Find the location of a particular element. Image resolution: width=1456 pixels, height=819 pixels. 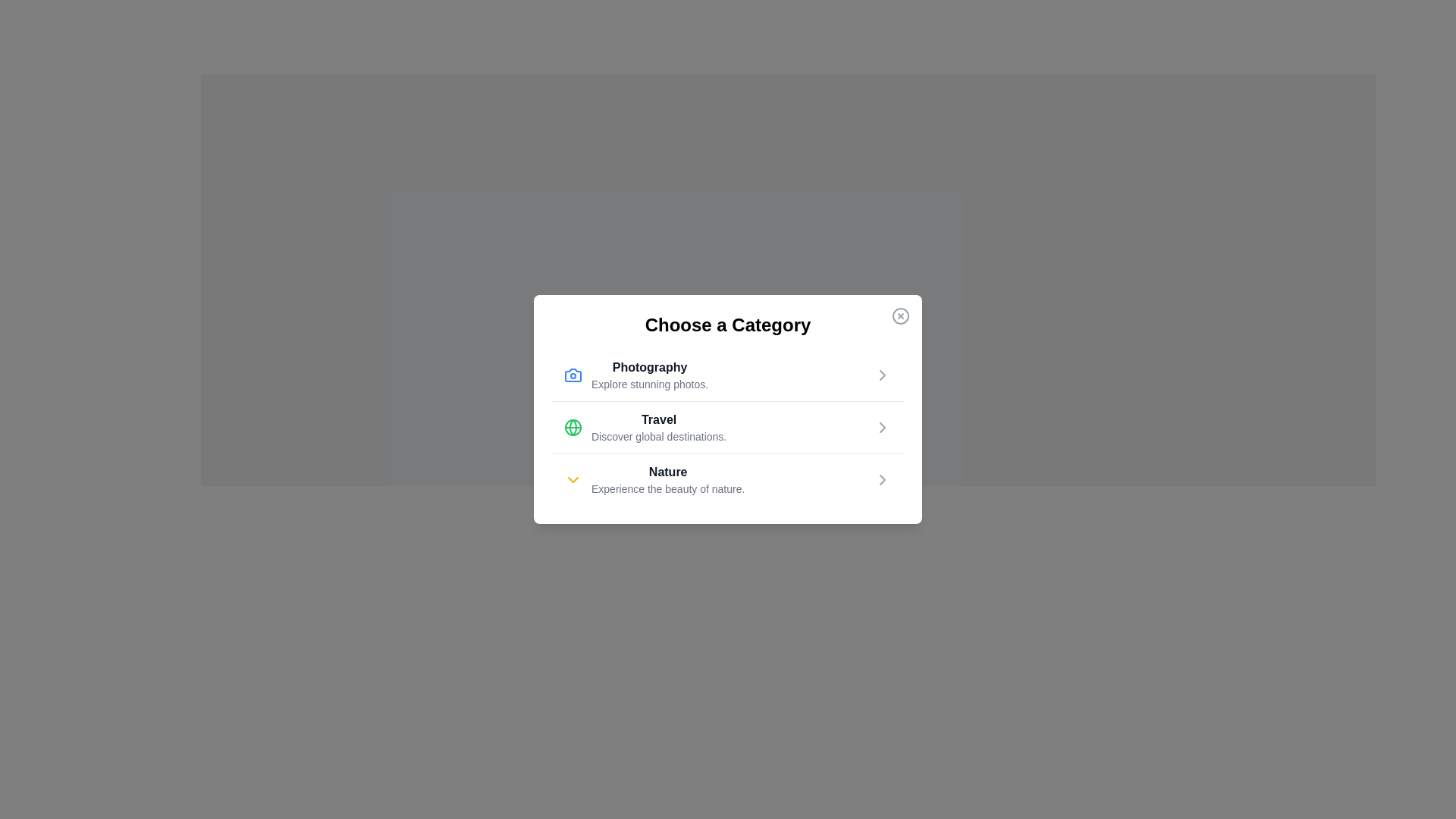

the close button located in the top-right corner of the 'Choose a Category' dialog box to change its color is located at coordinates (901, 315).